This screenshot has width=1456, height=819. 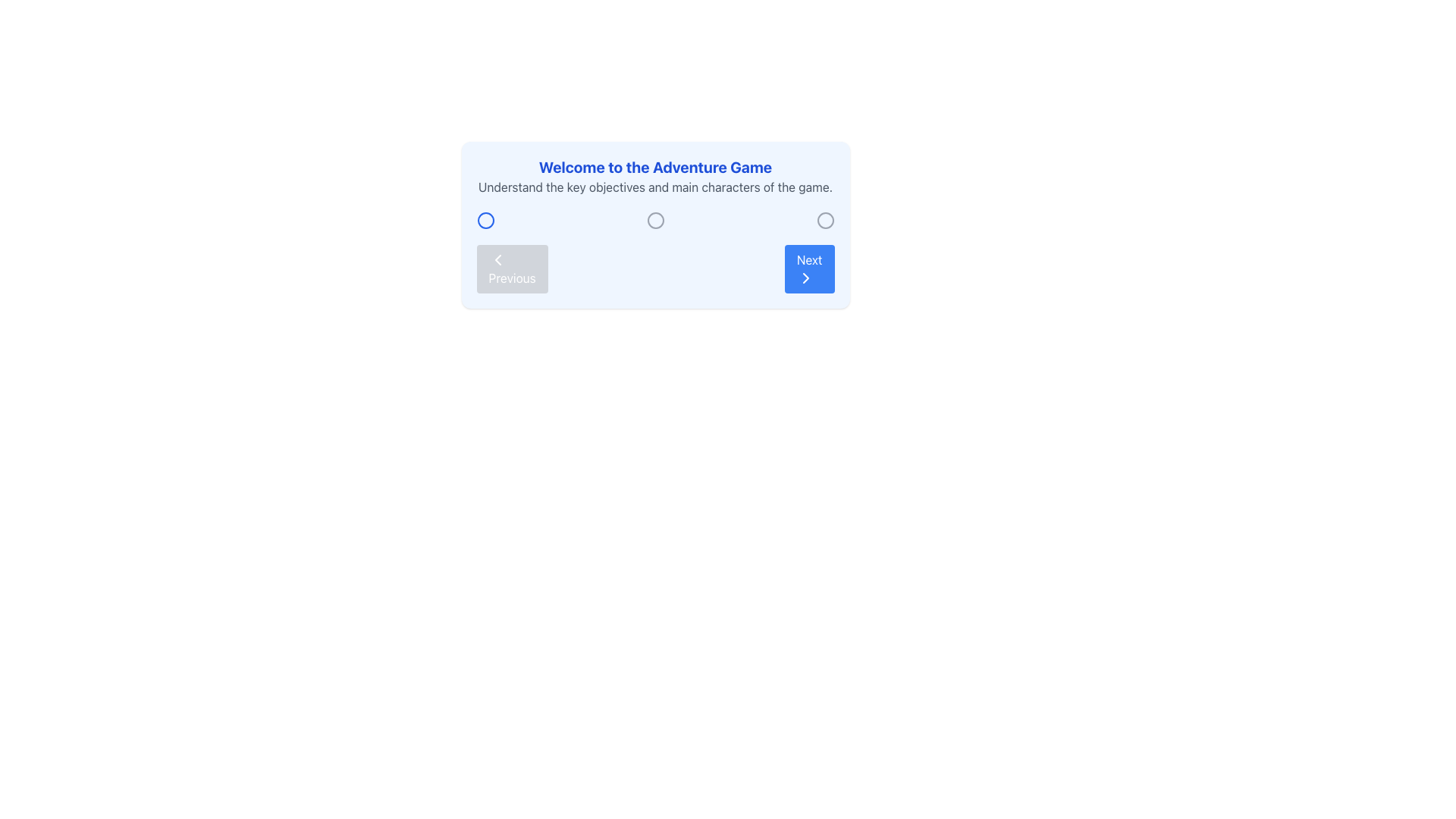 What do you see at coordinates (805, 278) in the screenshot?
I see `the chevron-right vector icon within the 'Next' button located in the bottom-right corner of the UI panel` at bounding box center [805, 278].